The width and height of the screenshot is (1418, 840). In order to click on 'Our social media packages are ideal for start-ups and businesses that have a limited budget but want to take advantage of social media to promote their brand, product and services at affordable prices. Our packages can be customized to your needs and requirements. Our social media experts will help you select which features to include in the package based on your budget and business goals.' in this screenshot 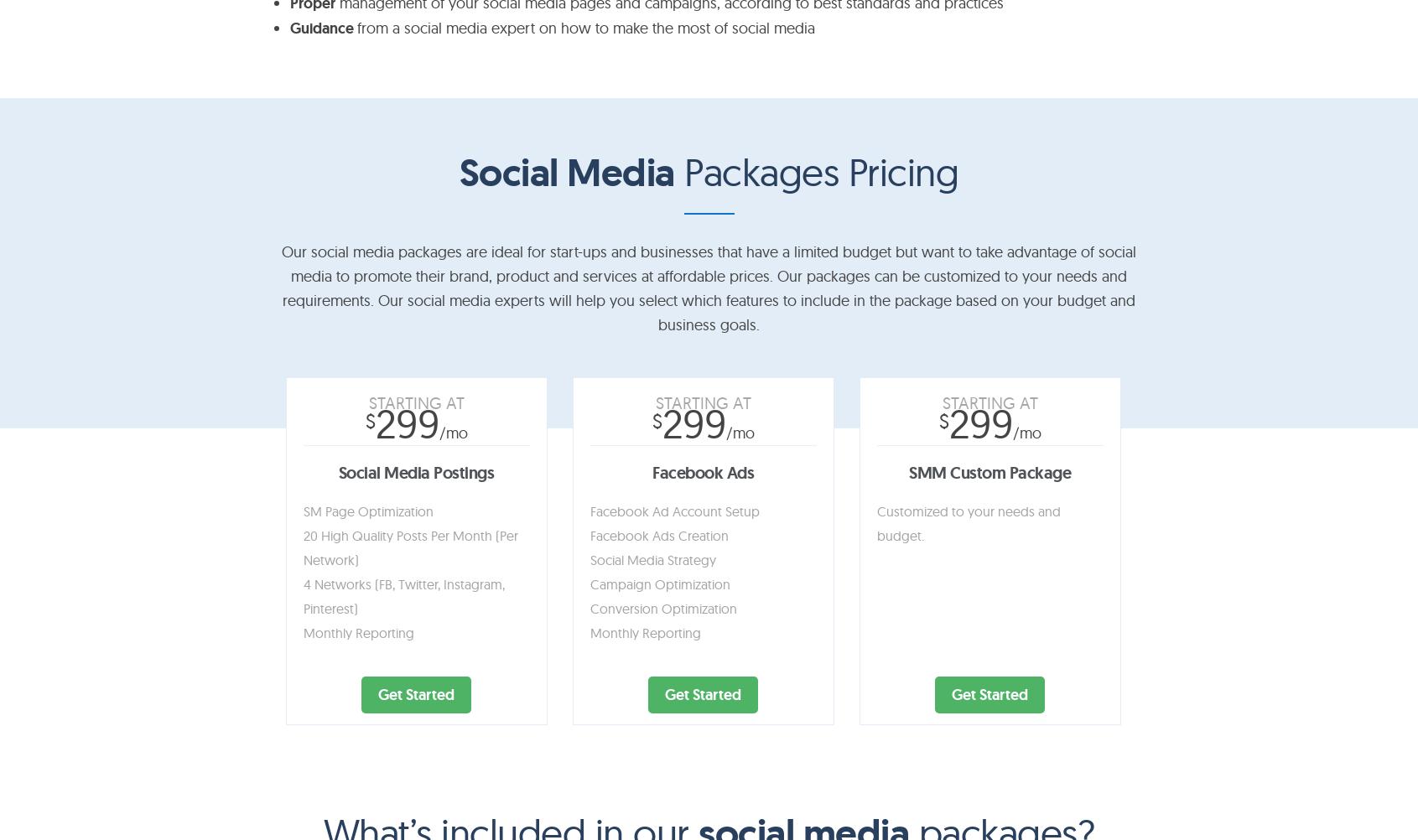, I will do `click(708, 287)`.